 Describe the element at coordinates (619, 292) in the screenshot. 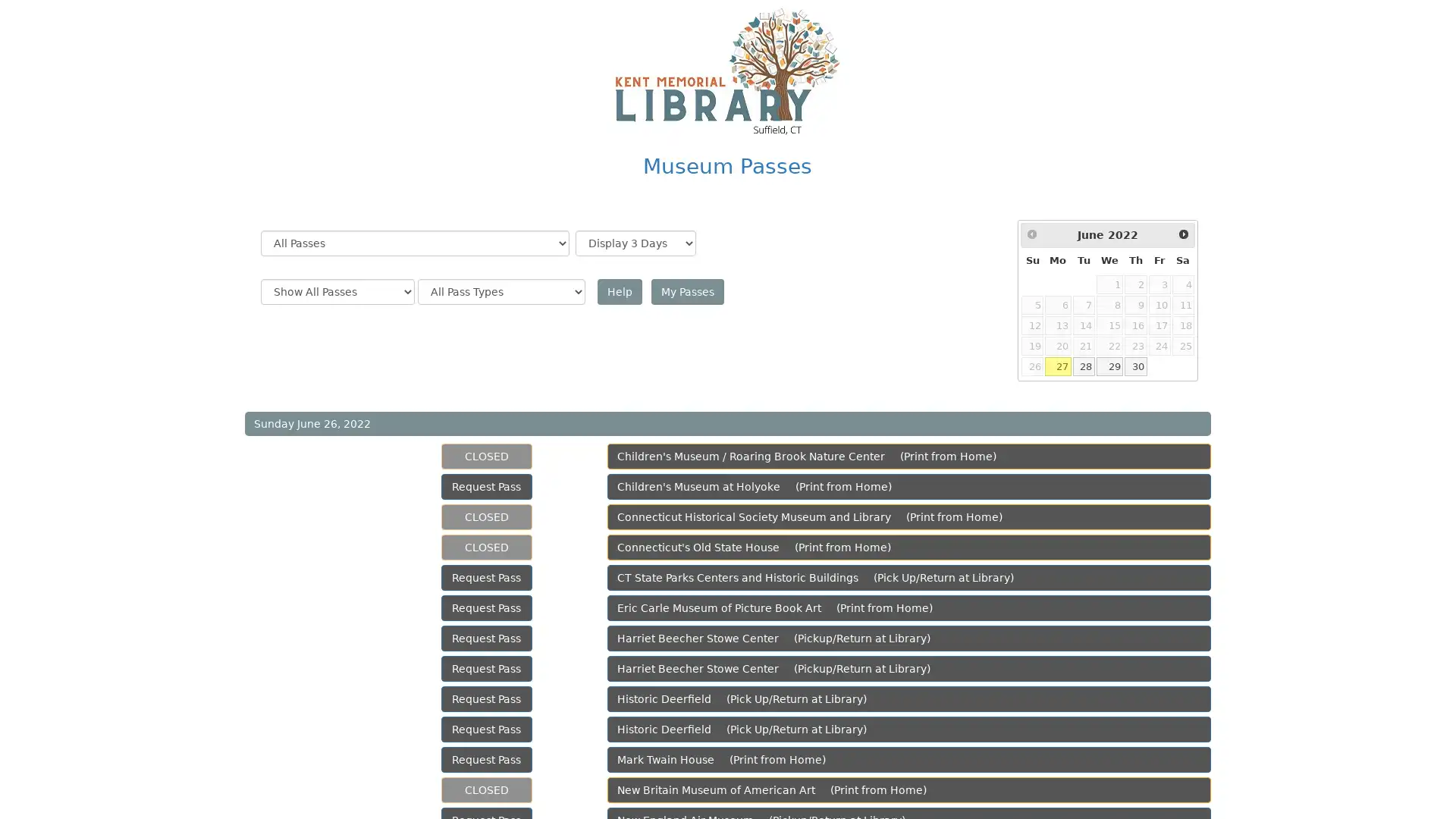

I see `Help` at that location.